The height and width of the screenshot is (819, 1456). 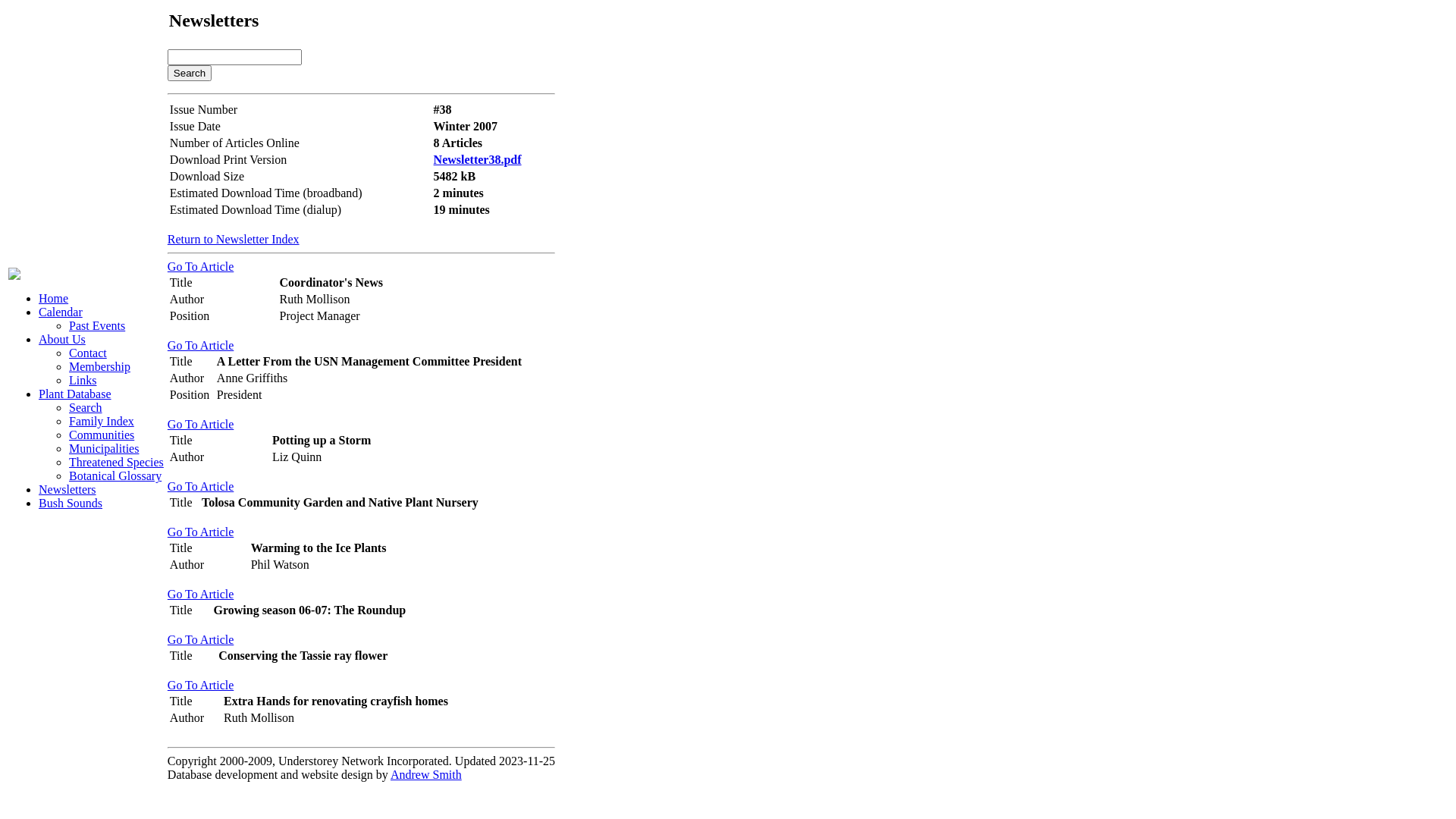 I want to click on 'Membership', so click(x=99, y=366).